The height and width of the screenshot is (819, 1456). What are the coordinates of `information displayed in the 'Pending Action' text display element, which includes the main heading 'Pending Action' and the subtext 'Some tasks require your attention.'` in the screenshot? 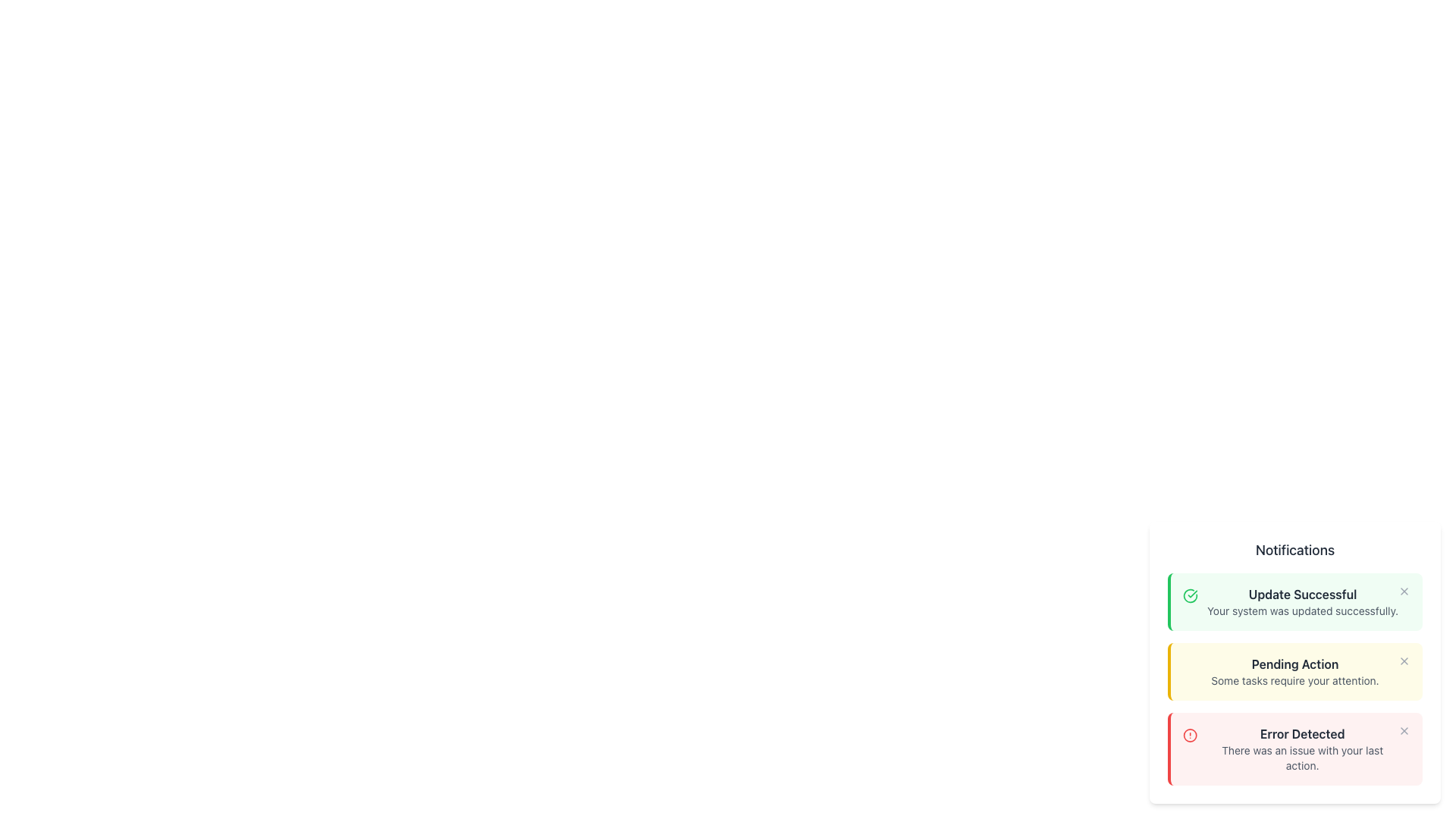 It's located at (1294, 671).